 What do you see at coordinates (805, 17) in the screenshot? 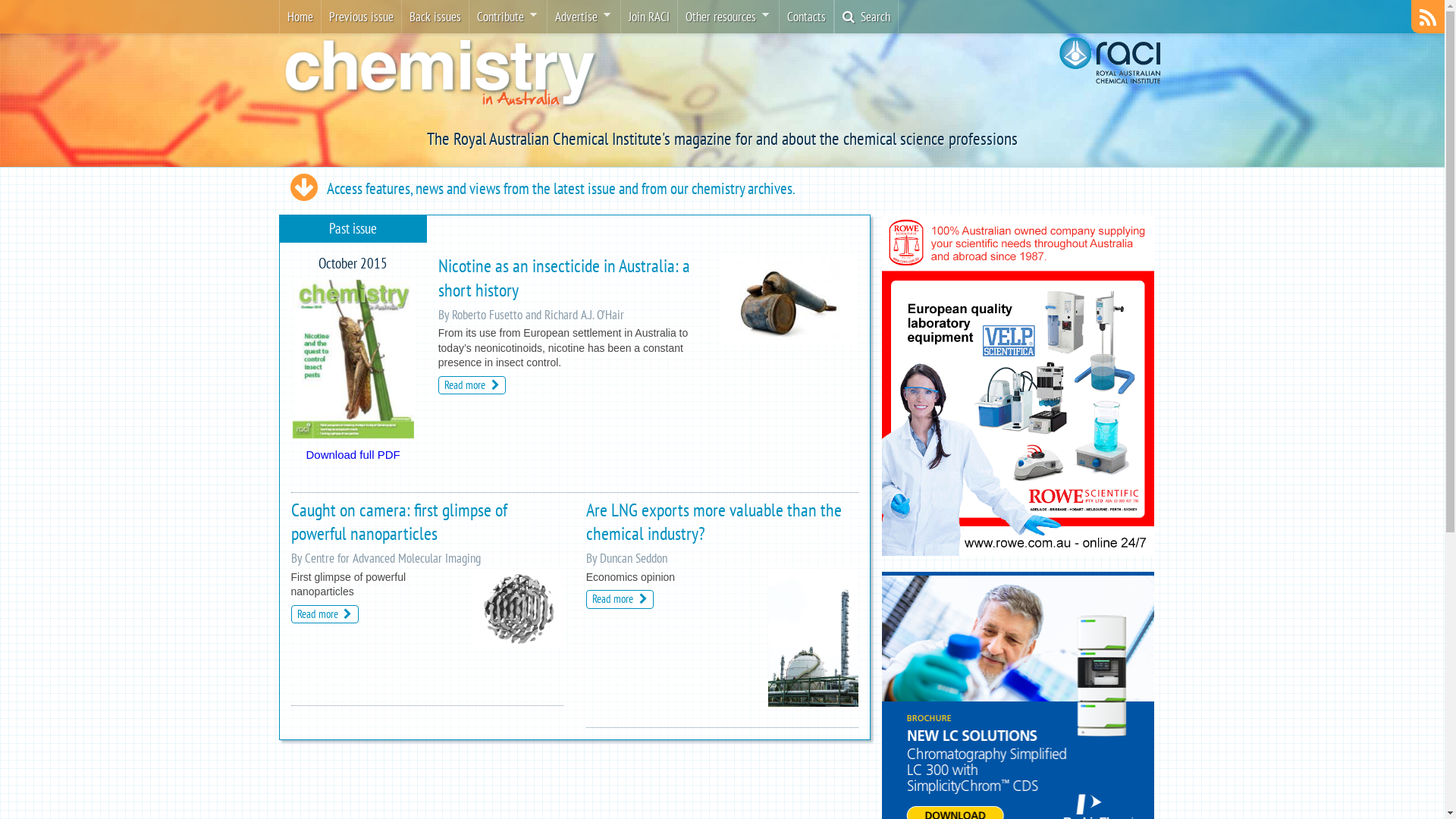
I see `'Contacts'` at bounding box center [805, 17].